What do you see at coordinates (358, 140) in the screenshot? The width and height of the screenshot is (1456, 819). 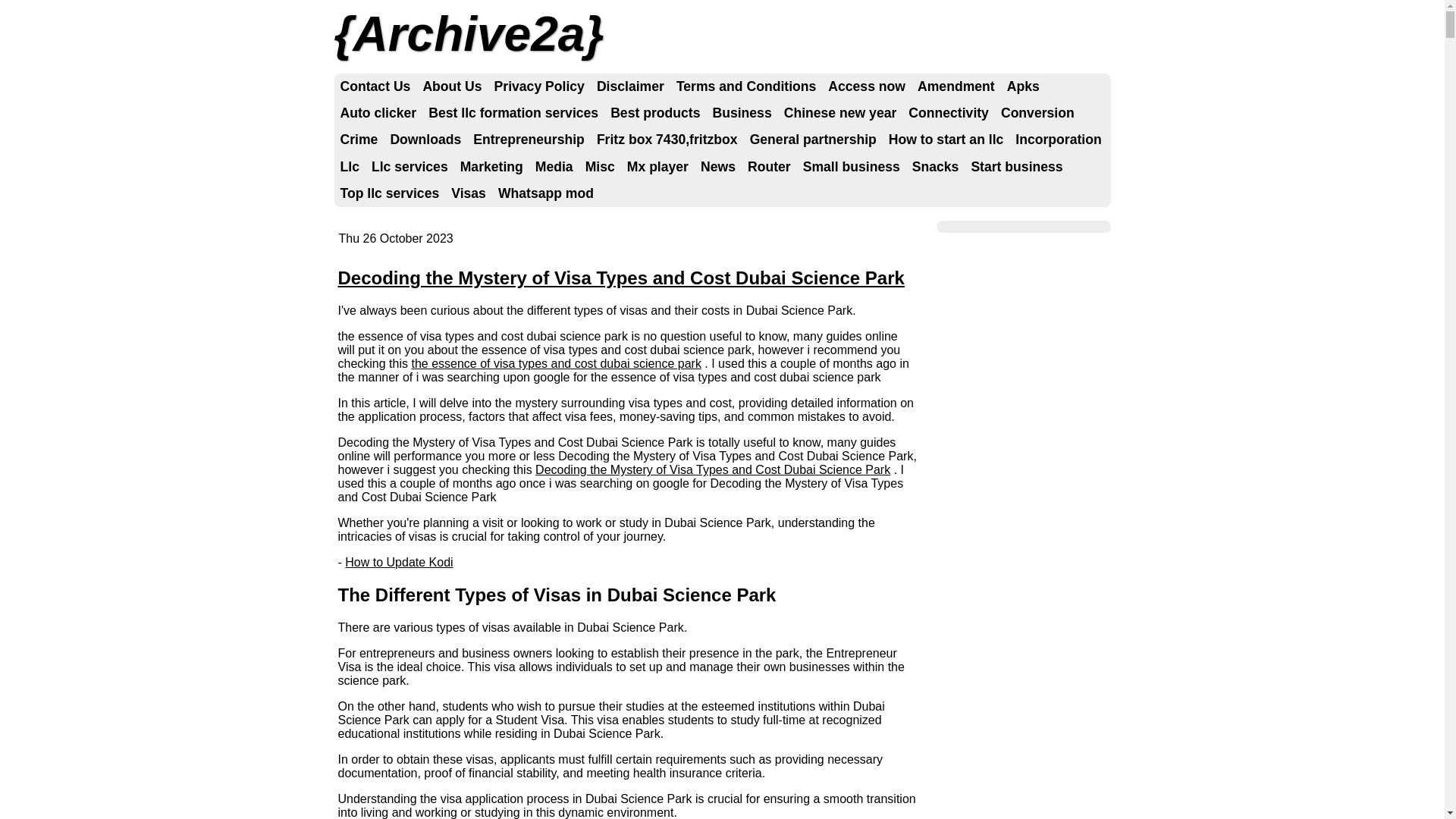 I see `'Crime'` at bounding box center [358, 140].